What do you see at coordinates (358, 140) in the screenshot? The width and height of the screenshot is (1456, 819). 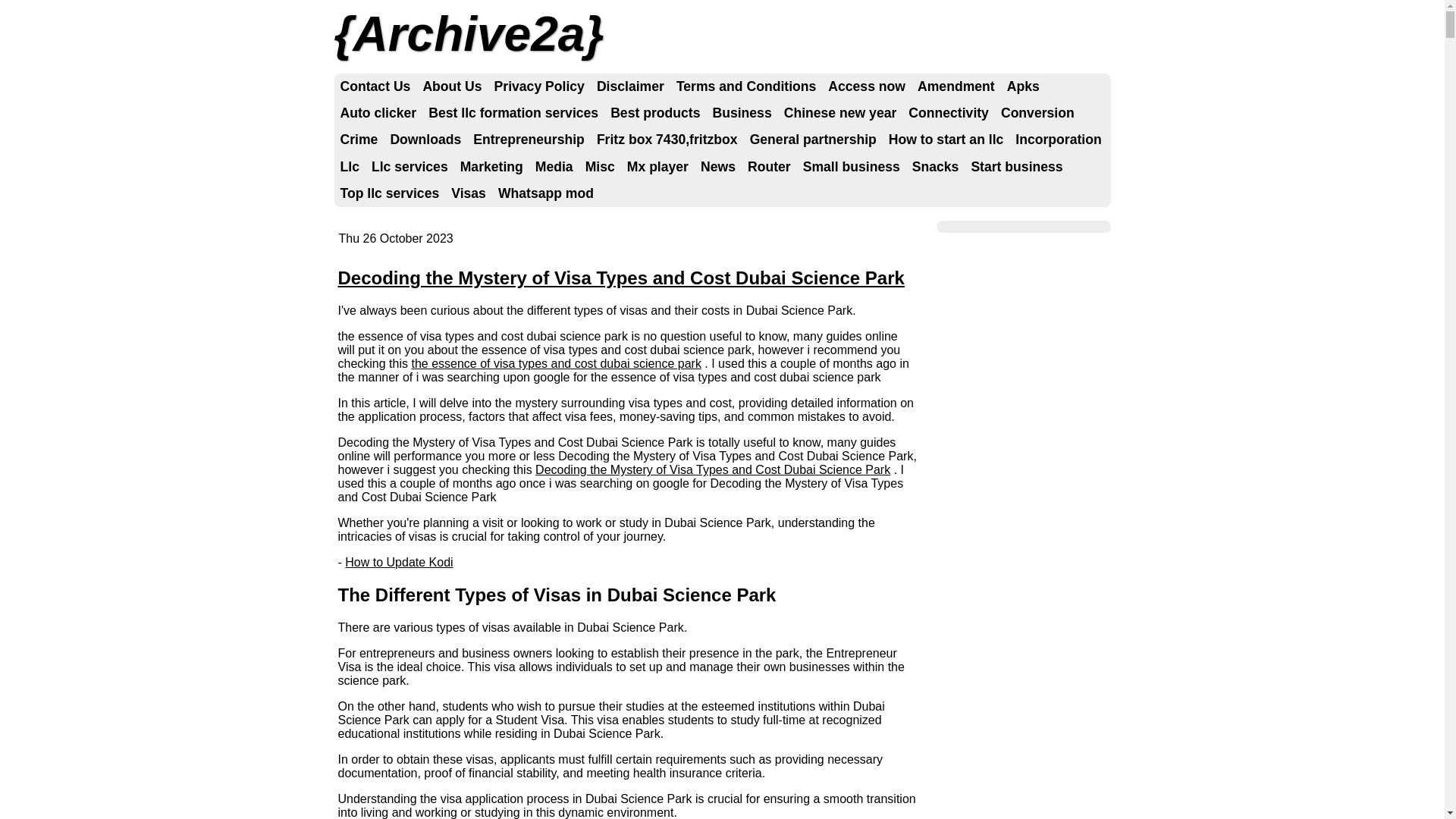 I see `'Crime'` at bounding box center [358, 140].